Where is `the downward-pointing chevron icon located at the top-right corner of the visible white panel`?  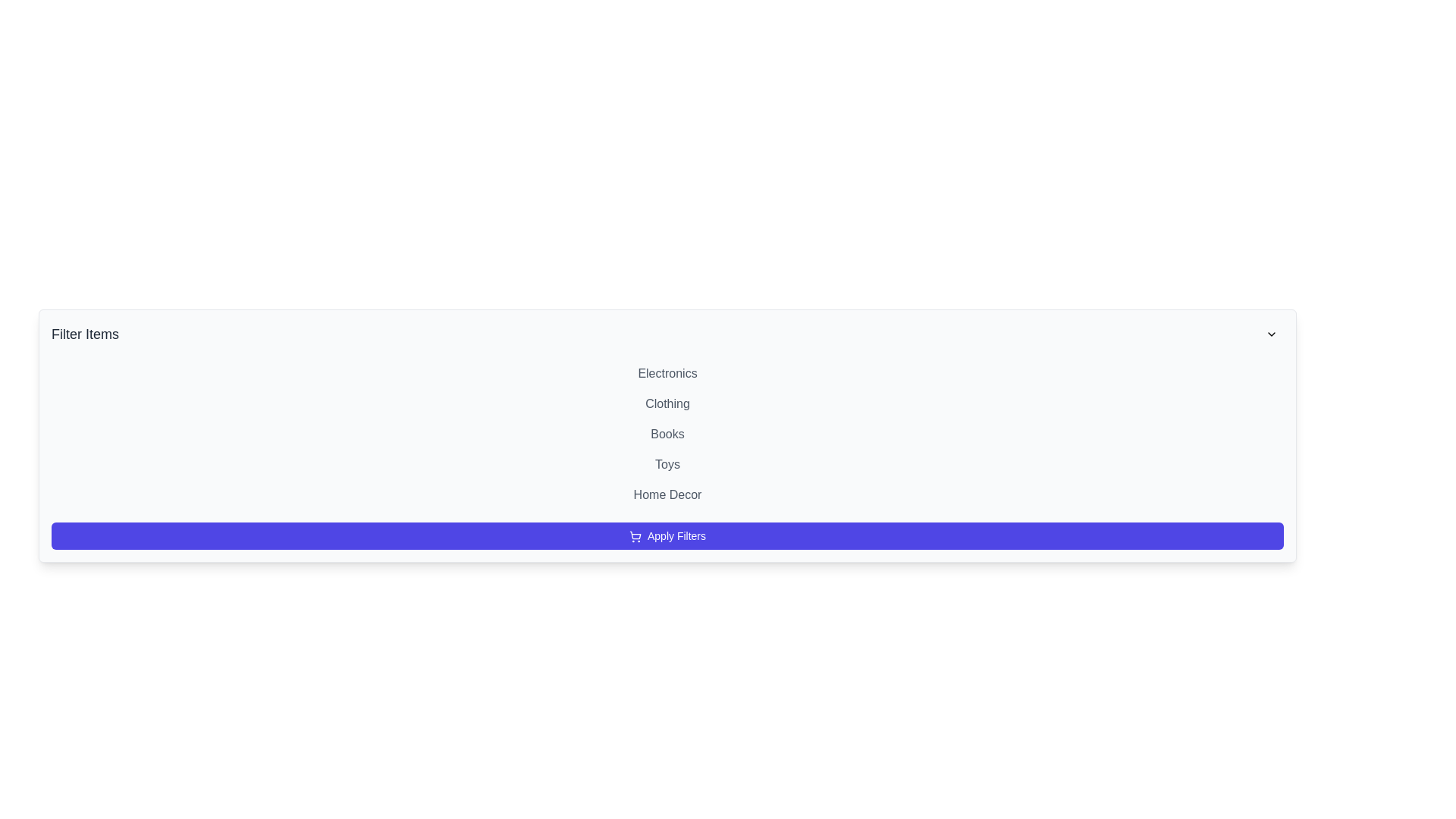 the downward-pointing chevron icon located at the top-right corner of the visible white panel is located at coordinates (1271, 333).